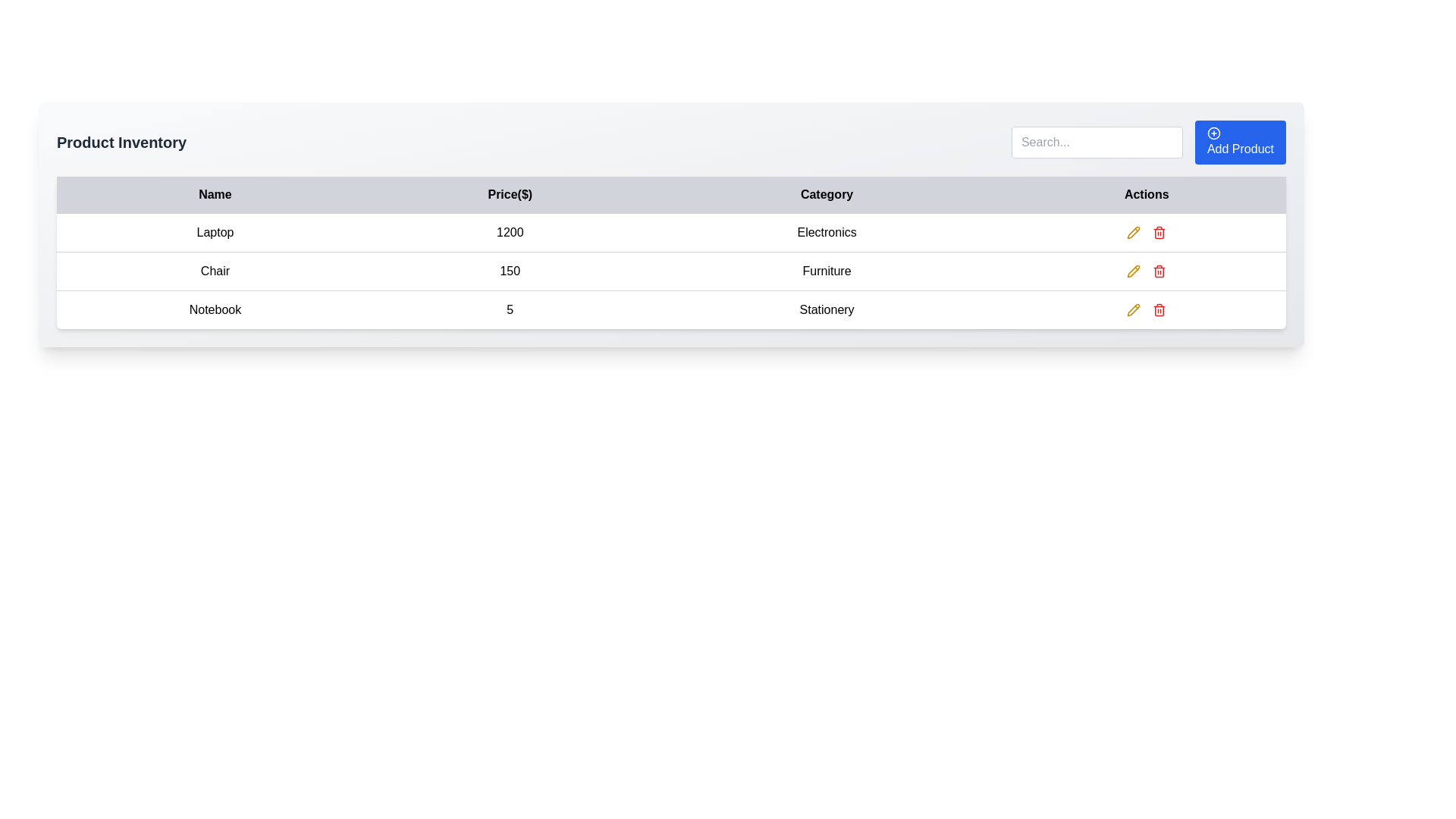 This screenshot has height=819, width=1456. What do you see at coordinates (510, 233) in the screenshot?
I see `the text element displaying the value '1200' under the column header 'Price($)' in the first row of the table` at bounding box center [510, 233].